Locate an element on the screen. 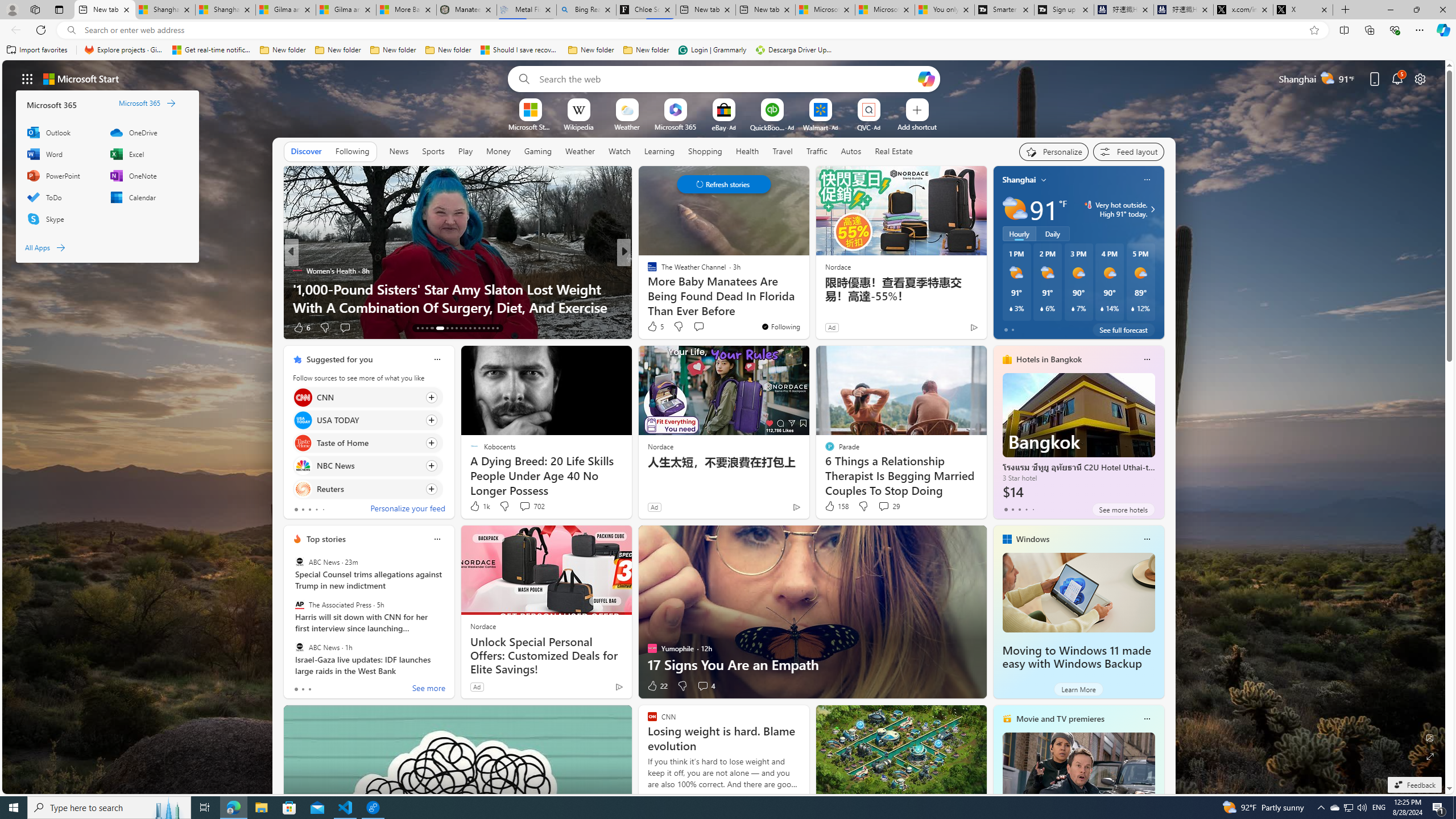 The width and height of the screenshot is (1456, 819). 'See full forecast' is located at coordinates (1123, 329).